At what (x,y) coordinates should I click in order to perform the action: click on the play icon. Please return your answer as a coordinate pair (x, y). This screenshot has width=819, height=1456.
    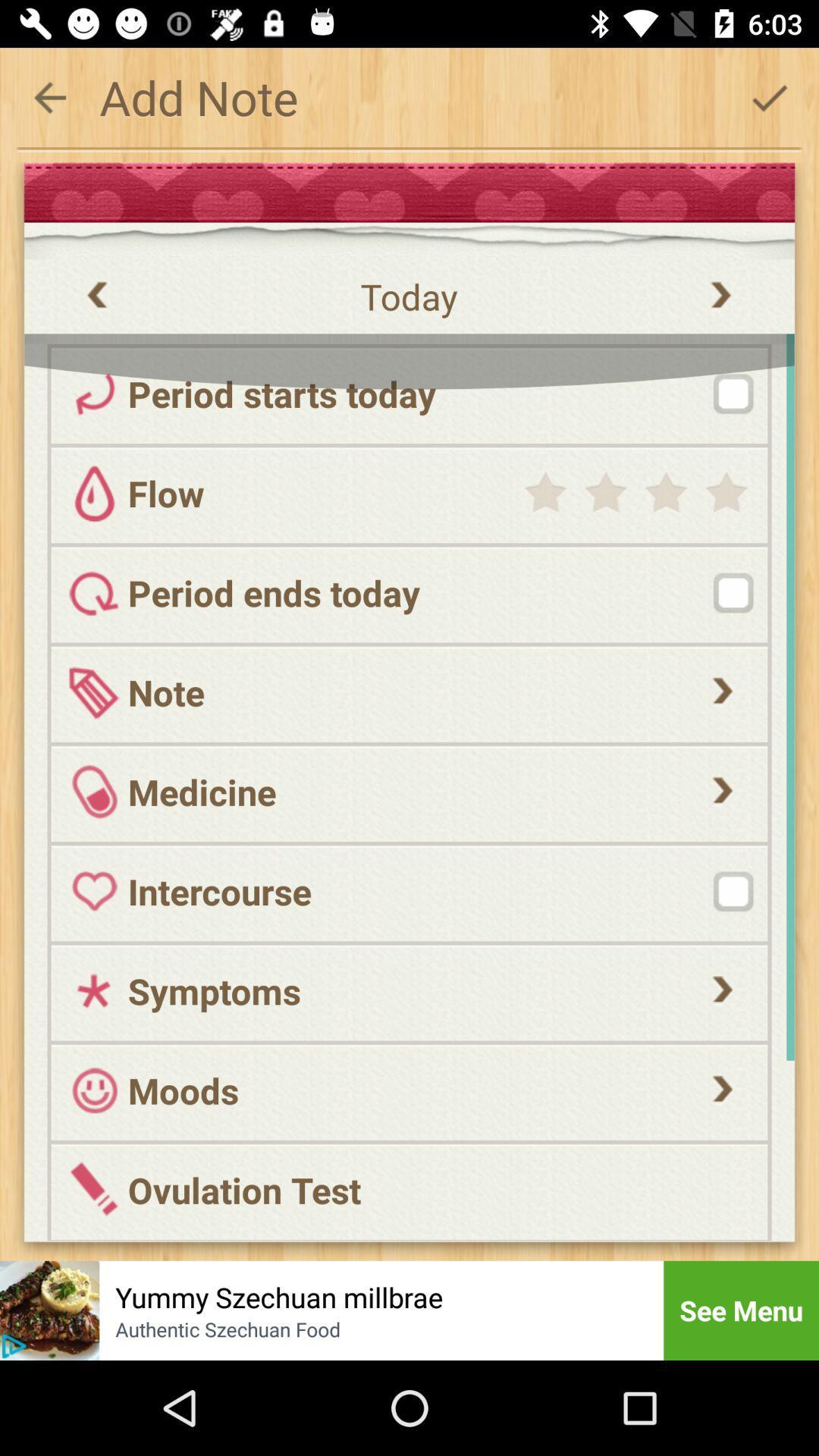
    Looking at the image, I should click on (14, 1346).